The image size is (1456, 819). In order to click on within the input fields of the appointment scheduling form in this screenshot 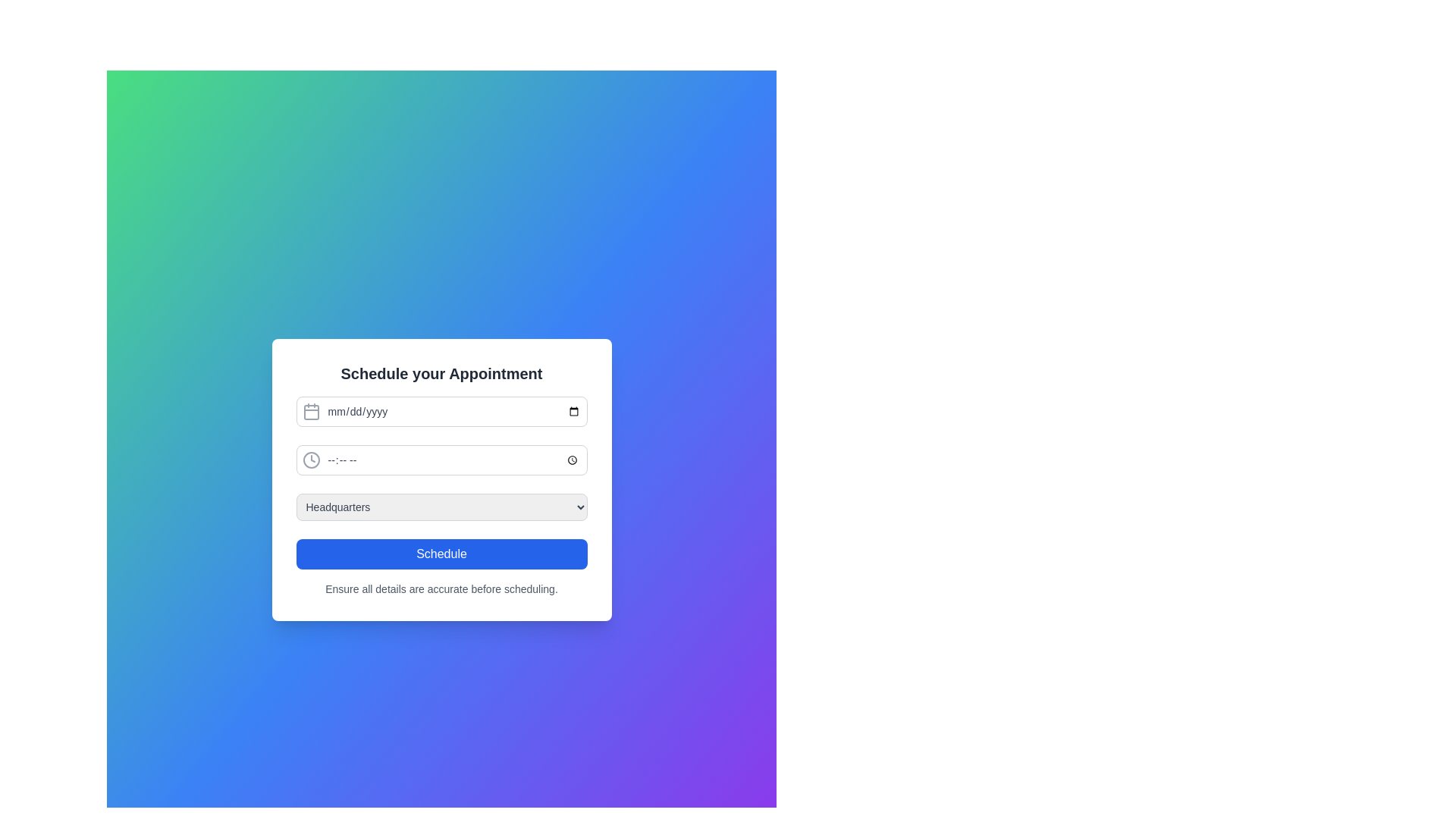, I will do `click(441, 479)`.